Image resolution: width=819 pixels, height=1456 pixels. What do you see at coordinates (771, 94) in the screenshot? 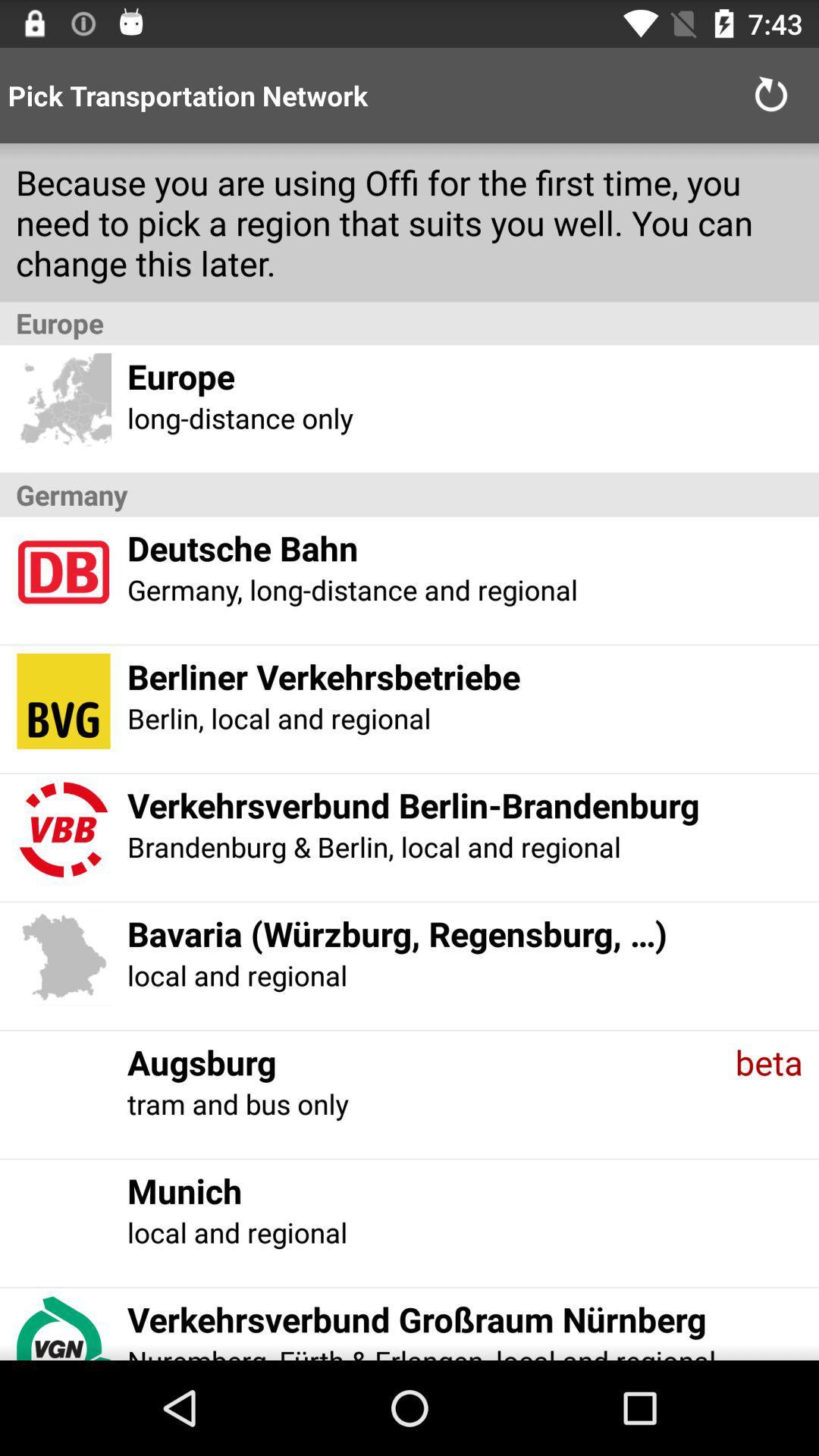
I see `item next to pick transportation network icon` at bounding box center [771, 94].